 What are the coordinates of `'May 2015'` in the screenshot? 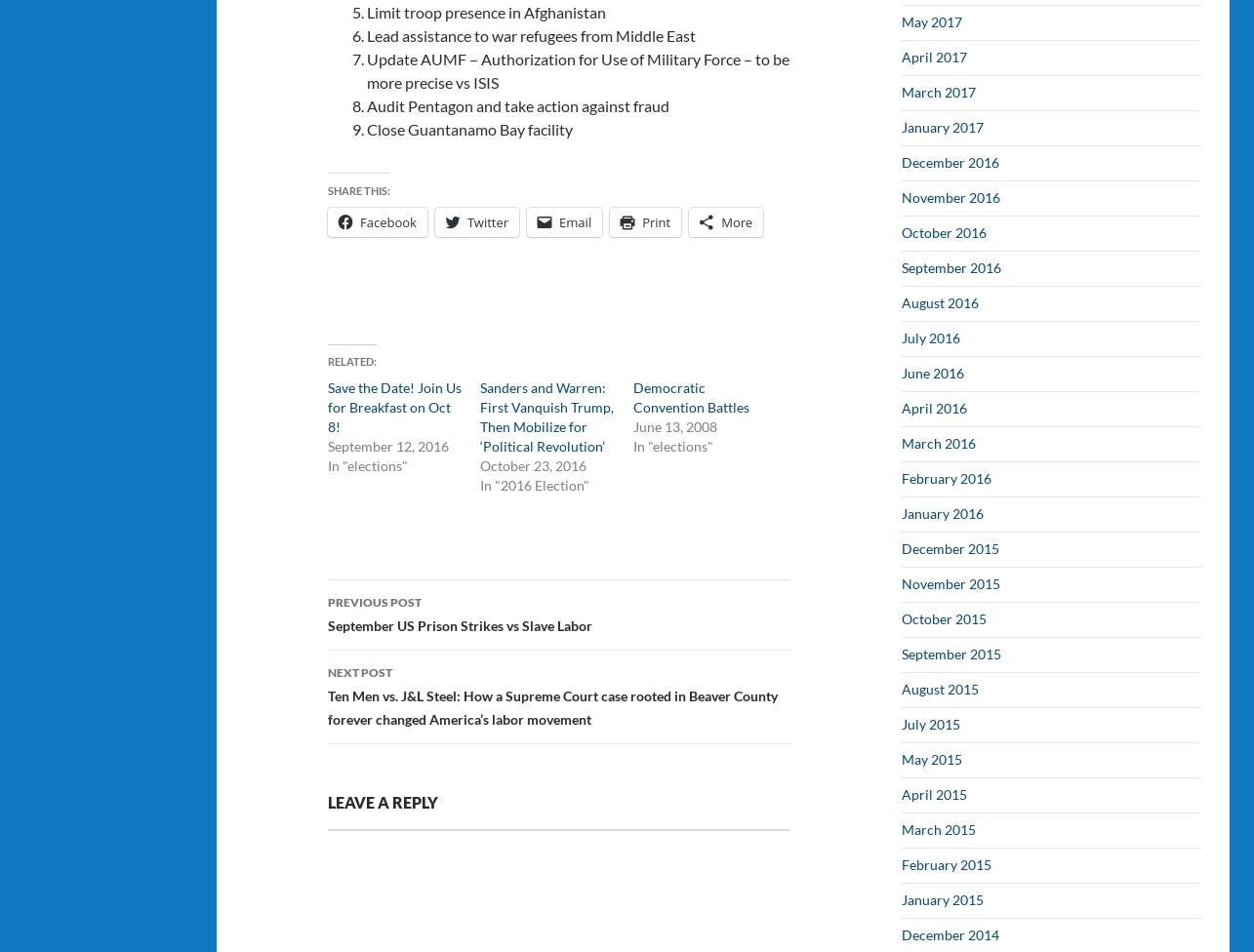 It's located at (902, 759).